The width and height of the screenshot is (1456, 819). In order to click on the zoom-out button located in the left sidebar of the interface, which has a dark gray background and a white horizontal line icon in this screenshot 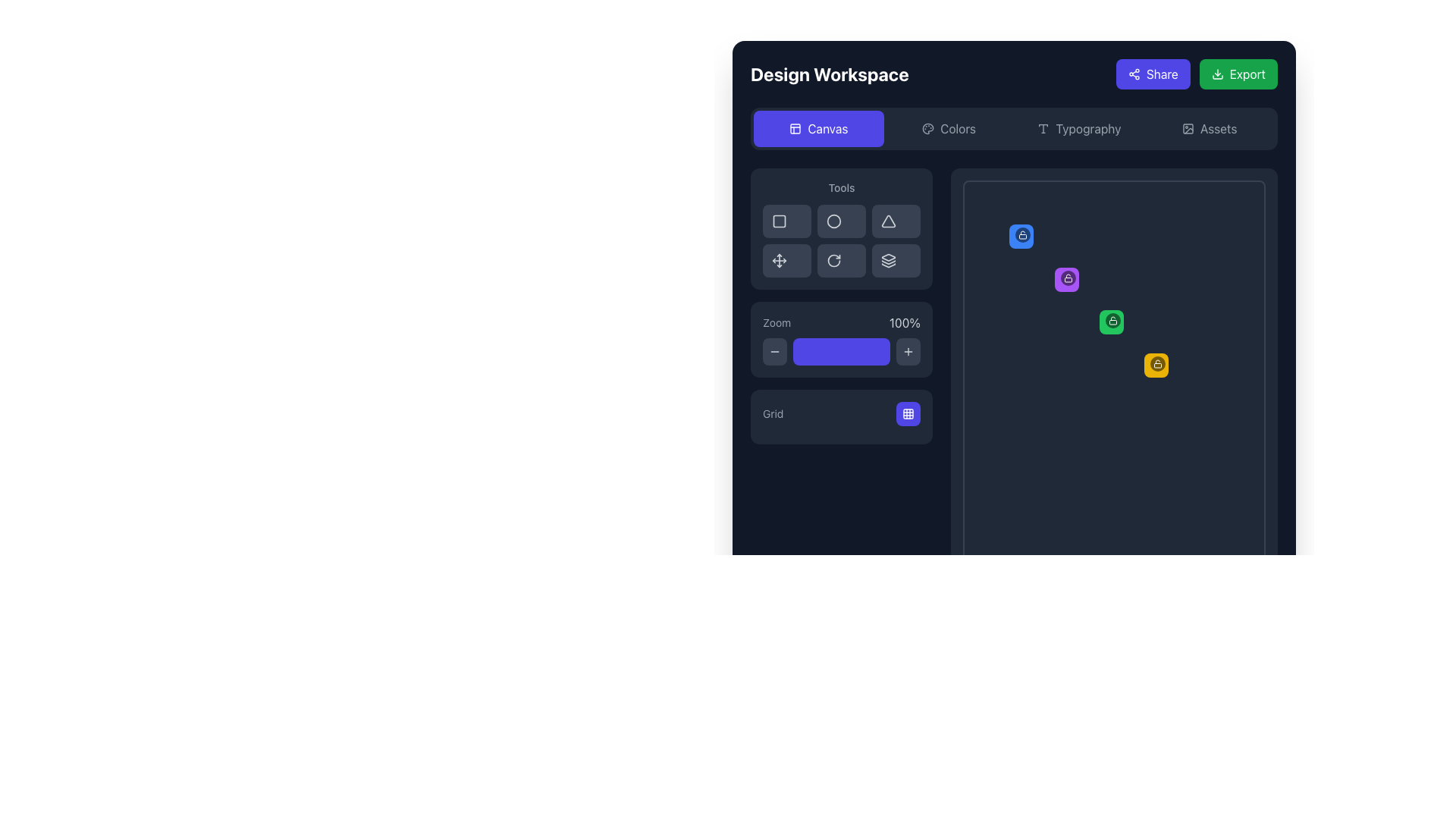, I will do `click(775, 351)`.